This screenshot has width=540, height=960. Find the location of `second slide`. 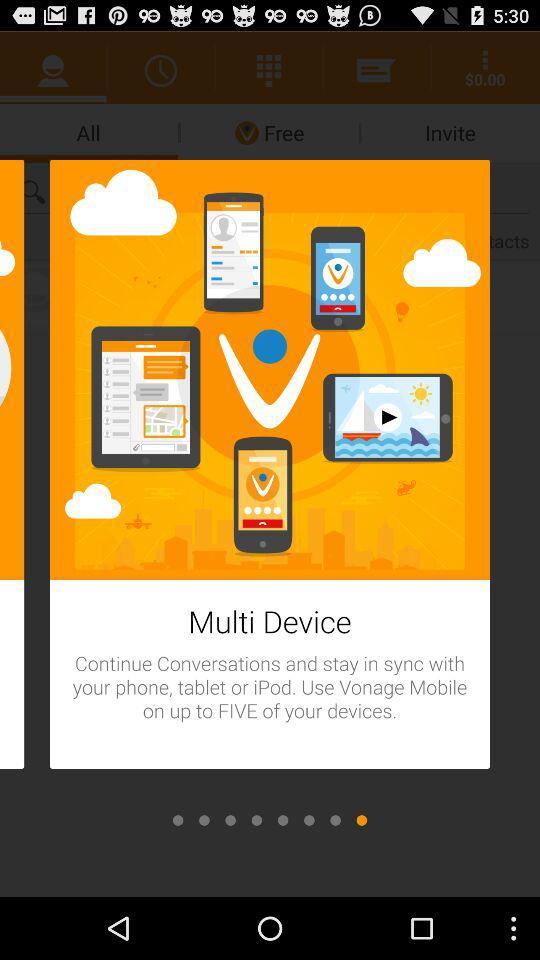

second slide is located at coordinates (203, 820).